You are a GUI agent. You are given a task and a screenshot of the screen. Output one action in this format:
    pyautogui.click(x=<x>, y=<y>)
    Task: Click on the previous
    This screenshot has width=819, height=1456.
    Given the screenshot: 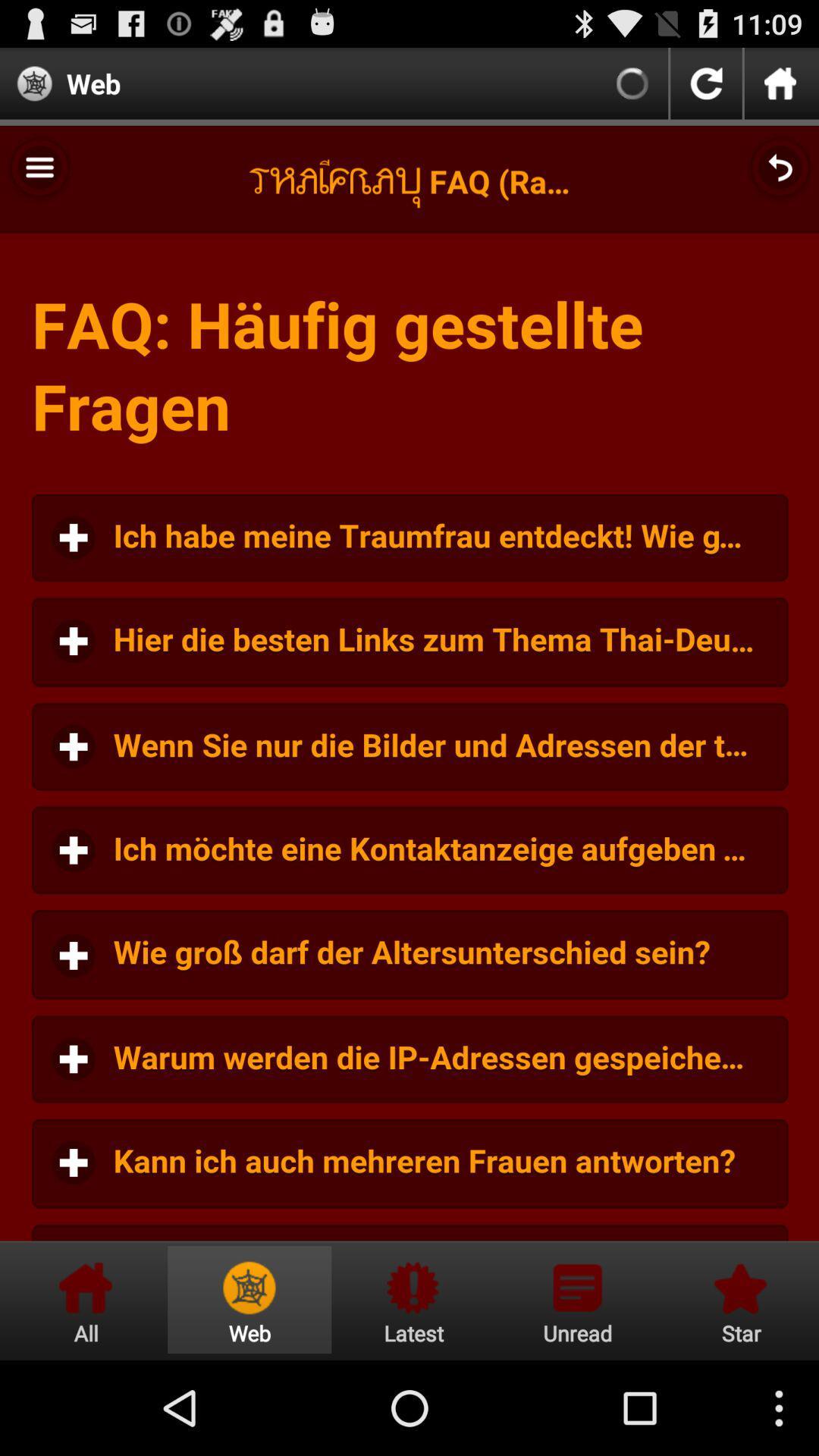 What is the action you would take?
    pyautogui.click(x=706, y=83)
    